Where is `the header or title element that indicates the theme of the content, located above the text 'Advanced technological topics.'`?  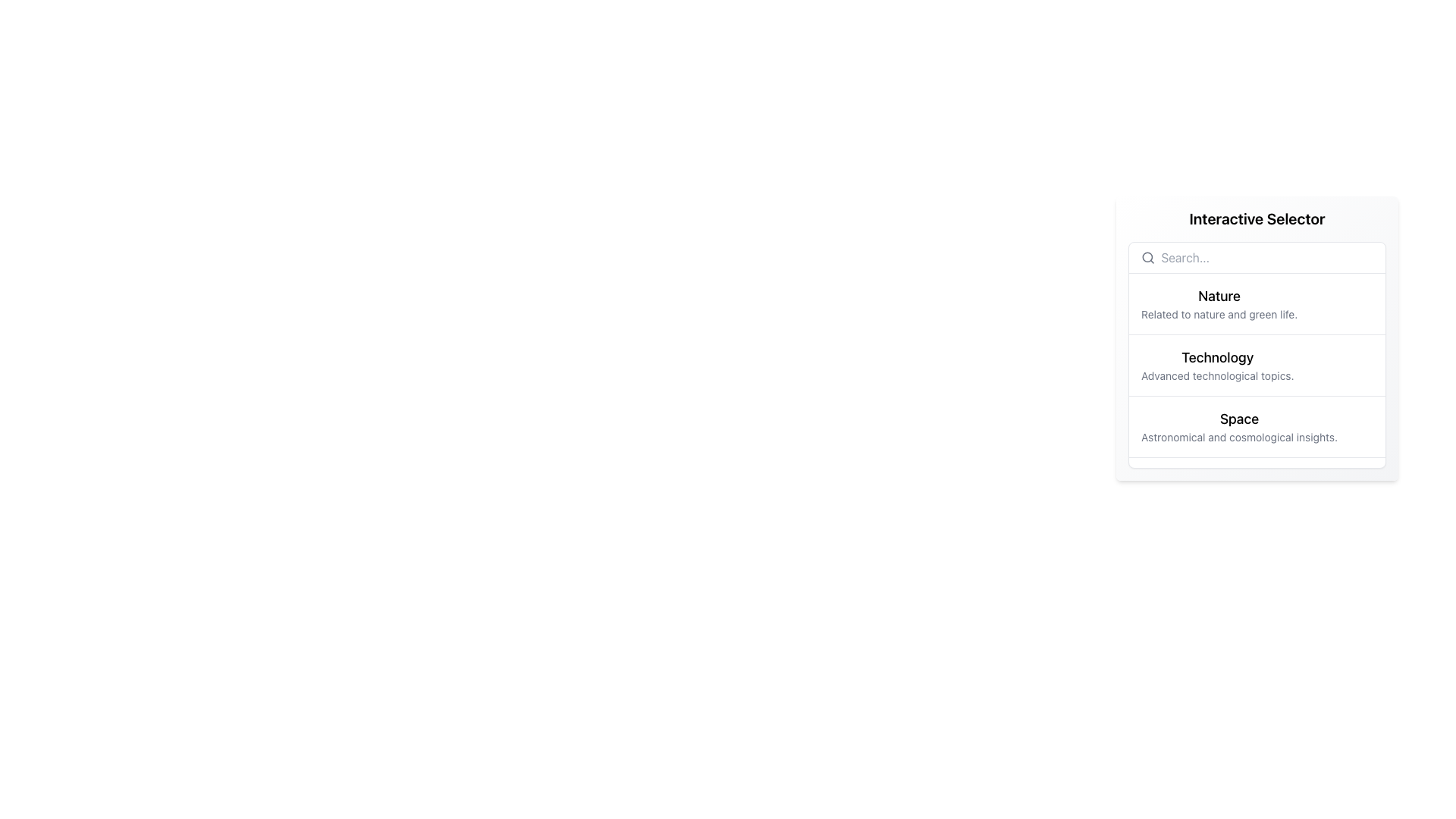 the header or title element that indicates the theme of the content, located above the text 'Advanced technological topics.' is located at coordinates (1217, 357).